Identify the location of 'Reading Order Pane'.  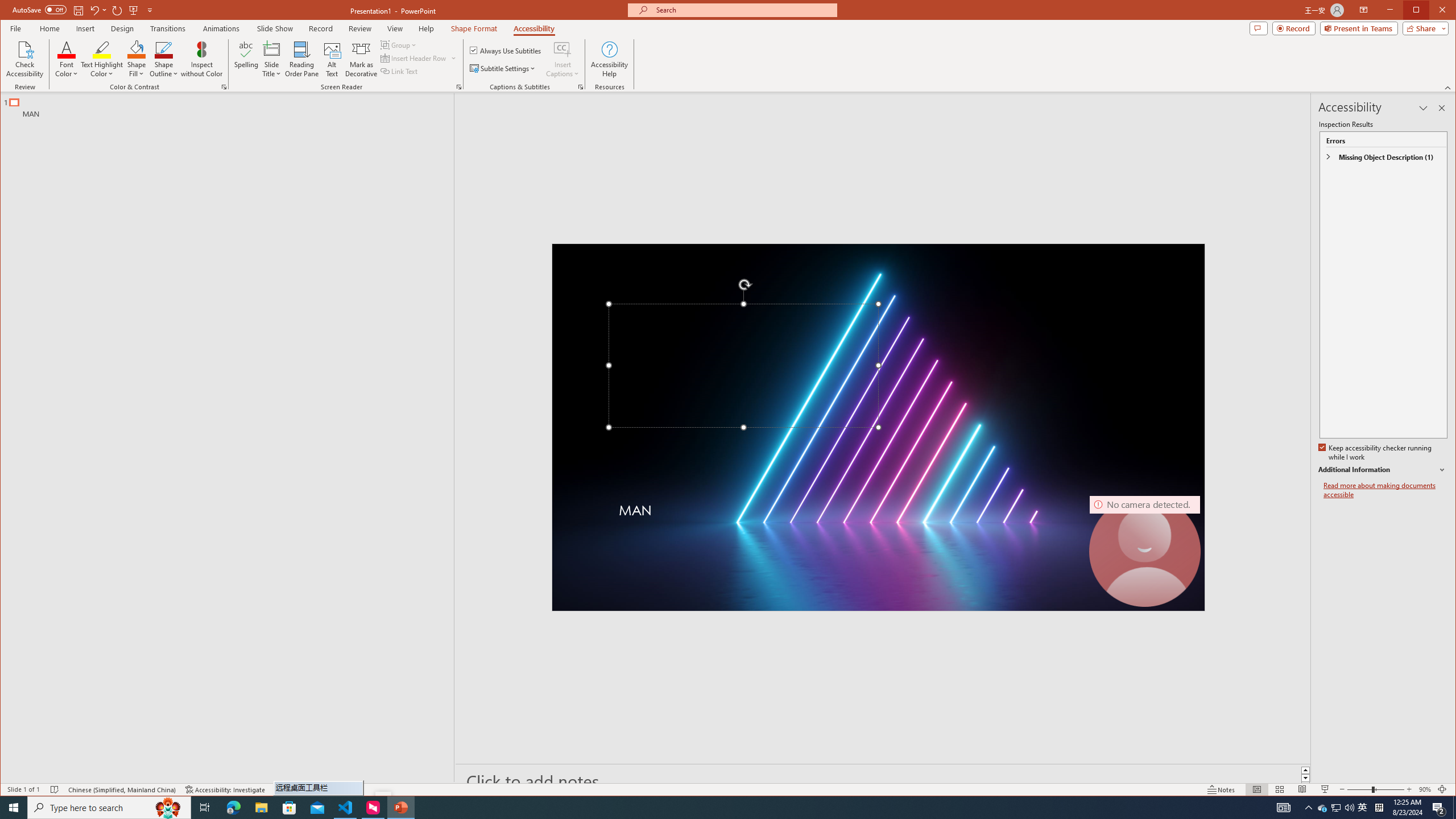
(301, 59).